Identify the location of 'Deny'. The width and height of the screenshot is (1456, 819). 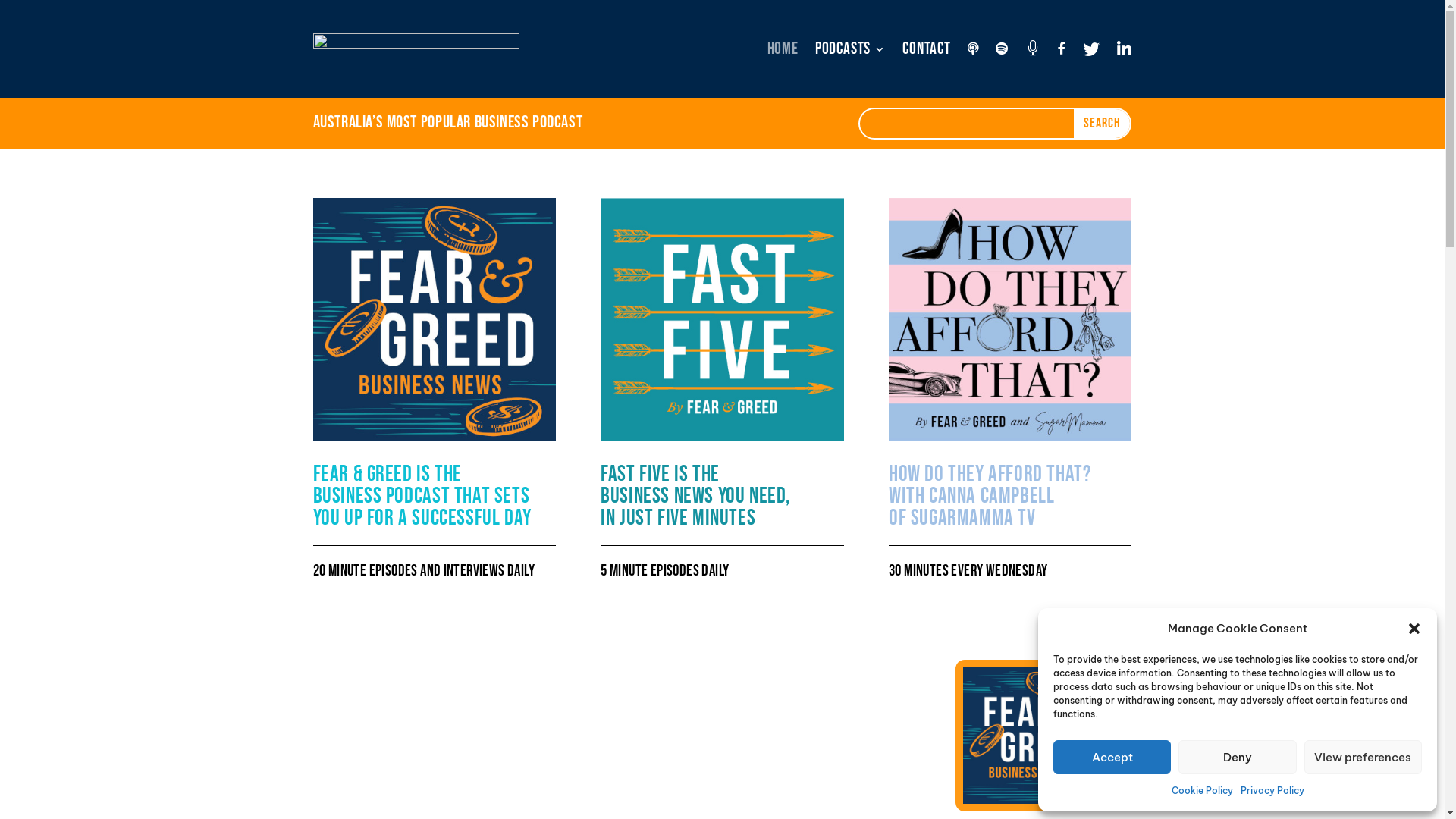
(1237, 757).